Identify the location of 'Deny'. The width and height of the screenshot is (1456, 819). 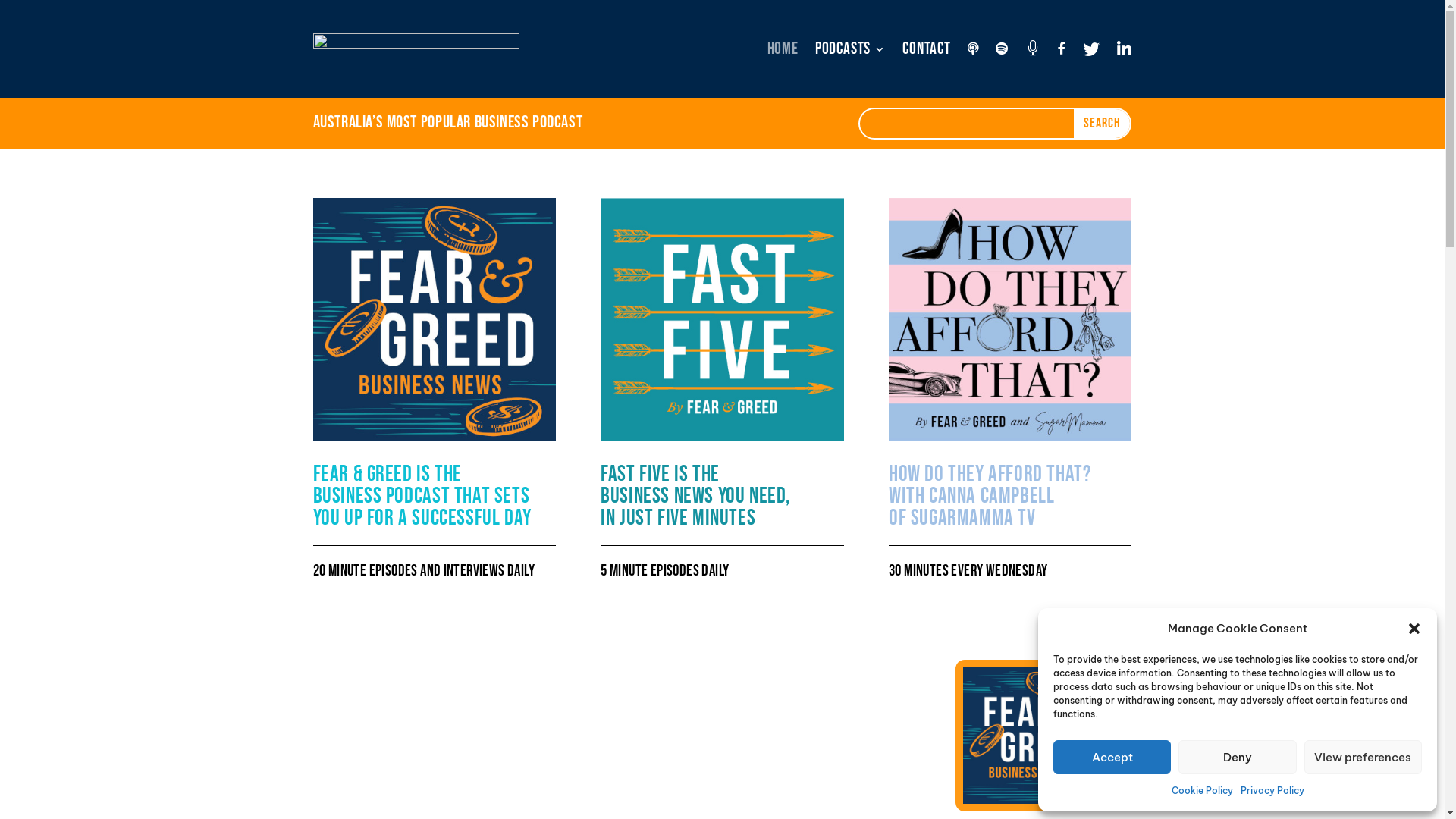
(1237, 757).